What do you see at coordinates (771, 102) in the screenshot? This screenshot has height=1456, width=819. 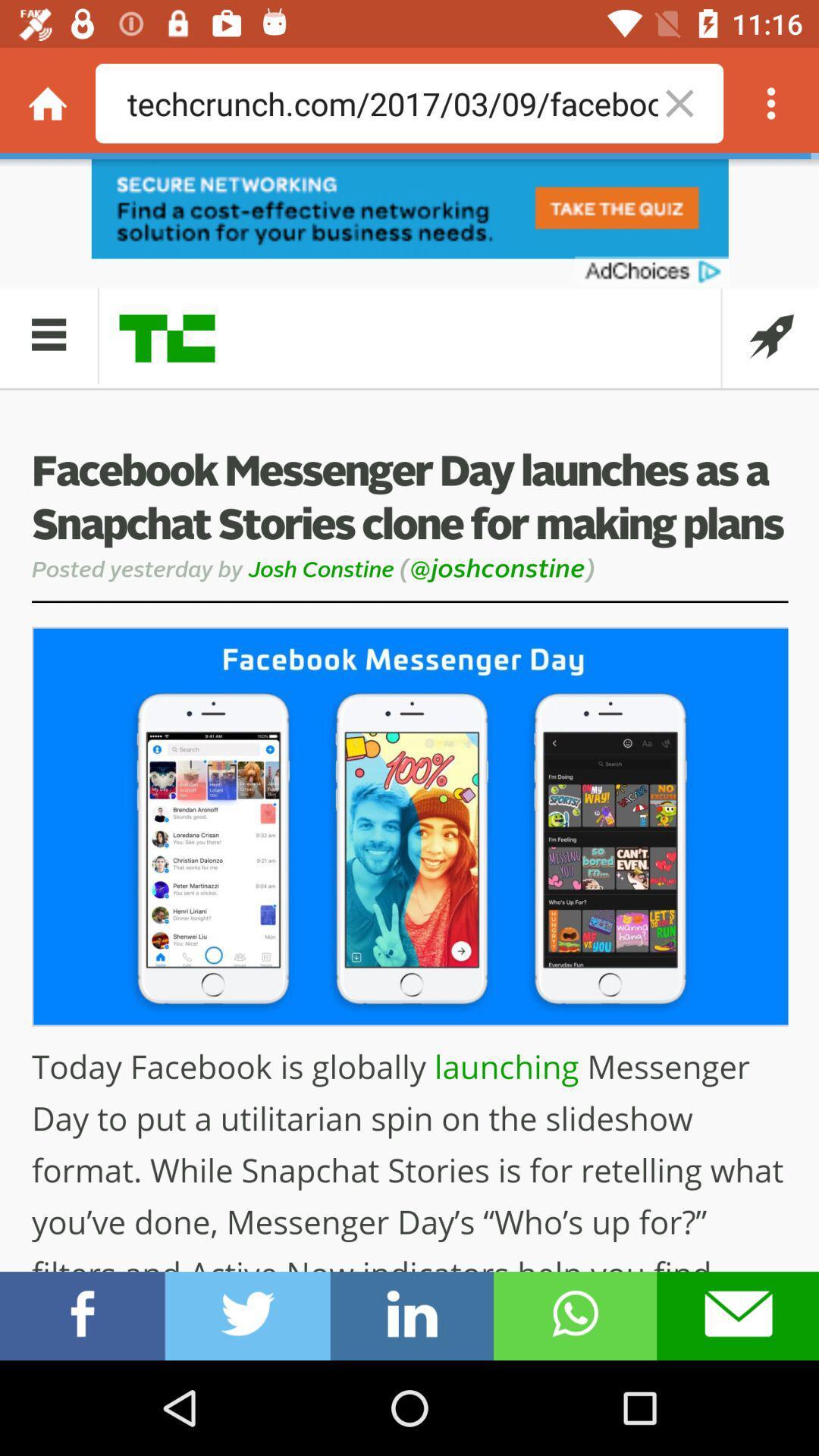 I see `menu page` at bounding box center [771, 102].